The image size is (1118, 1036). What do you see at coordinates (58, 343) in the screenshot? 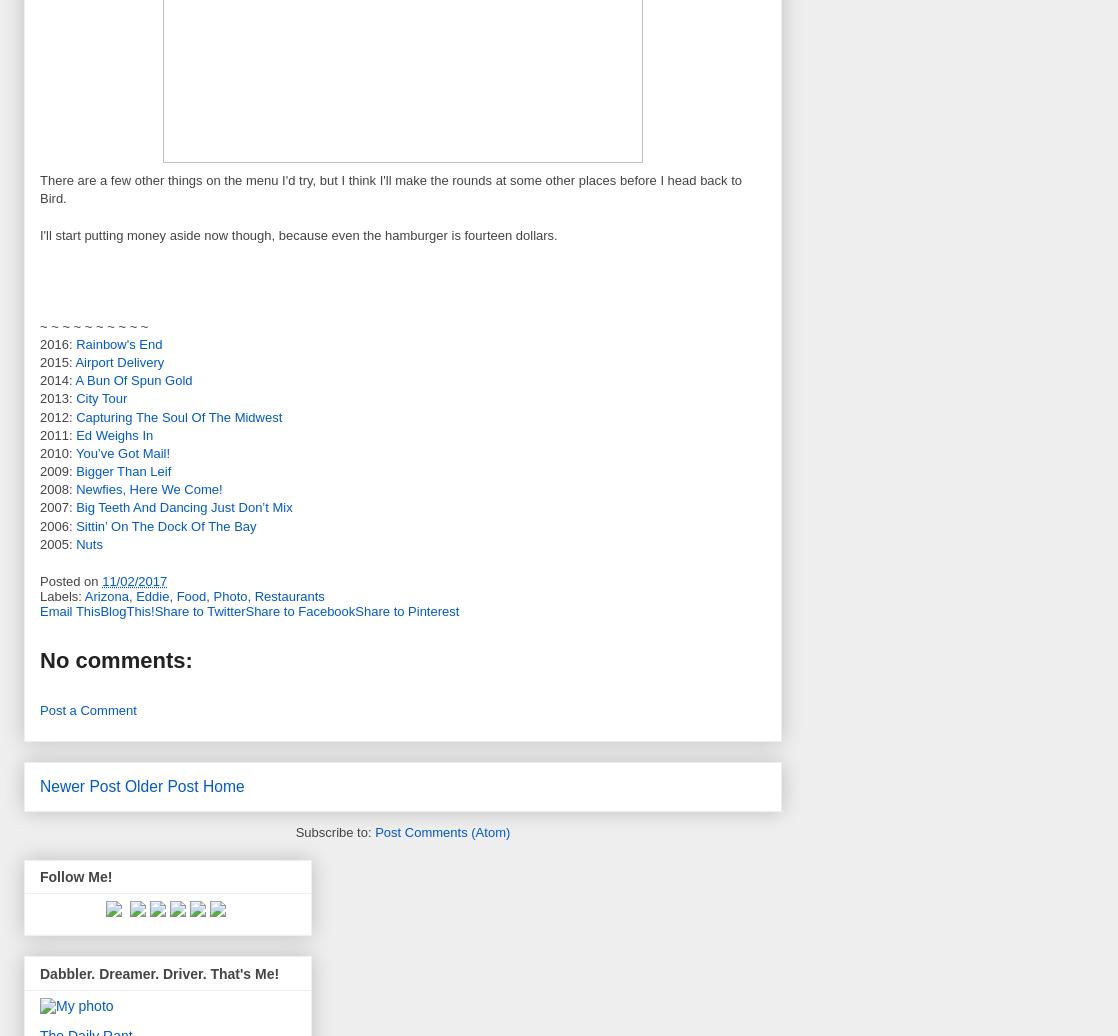
I see `'2016:'` at bounding box center [58, 343].